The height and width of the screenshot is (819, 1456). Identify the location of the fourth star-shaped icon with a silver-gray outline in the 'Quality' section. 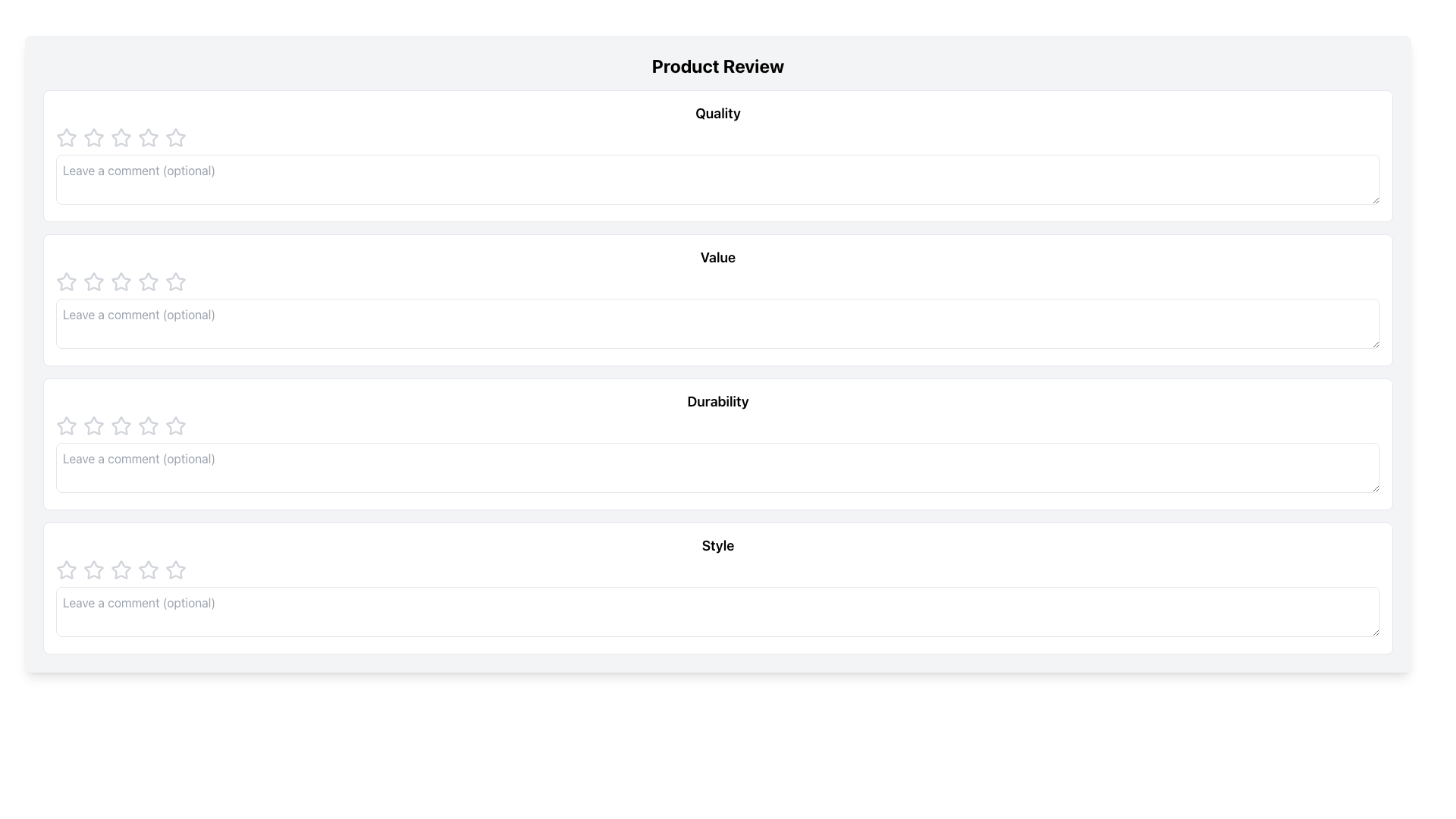
(120, 137).